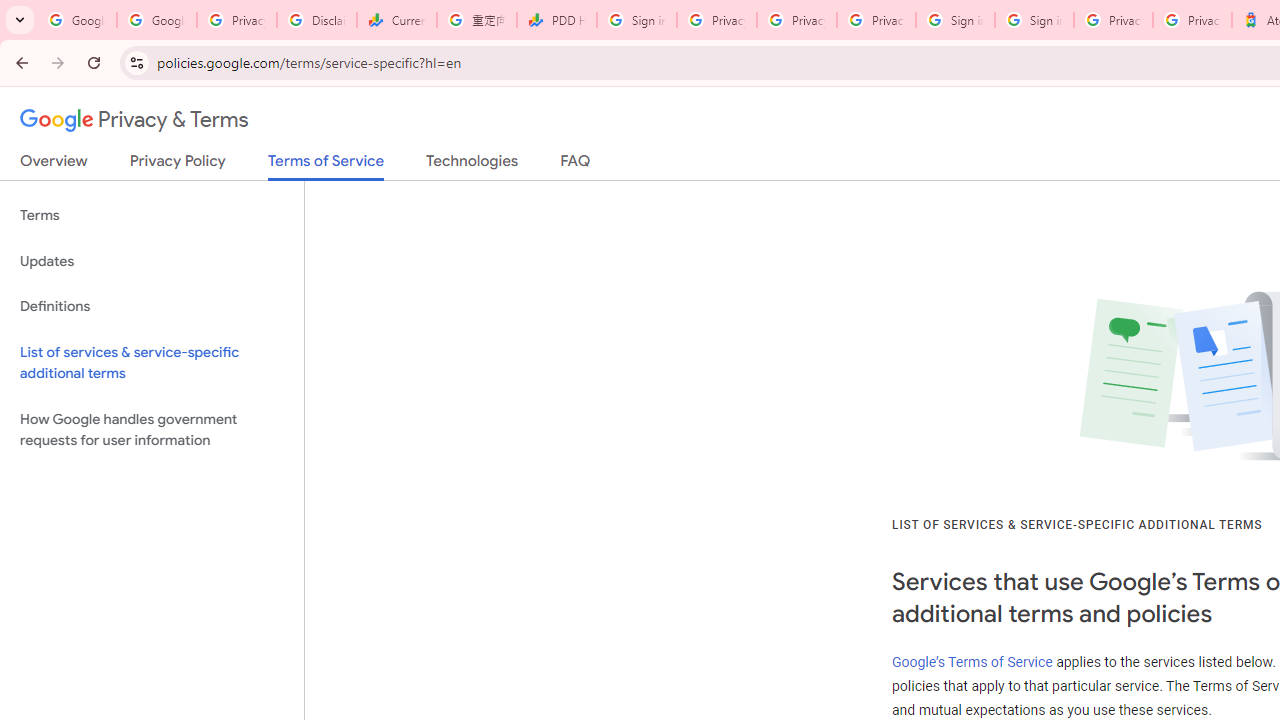 The height and width of the screenshot is (720, 1280). I want to click on 'Sign in - Google Accounts', so click(954, 20).